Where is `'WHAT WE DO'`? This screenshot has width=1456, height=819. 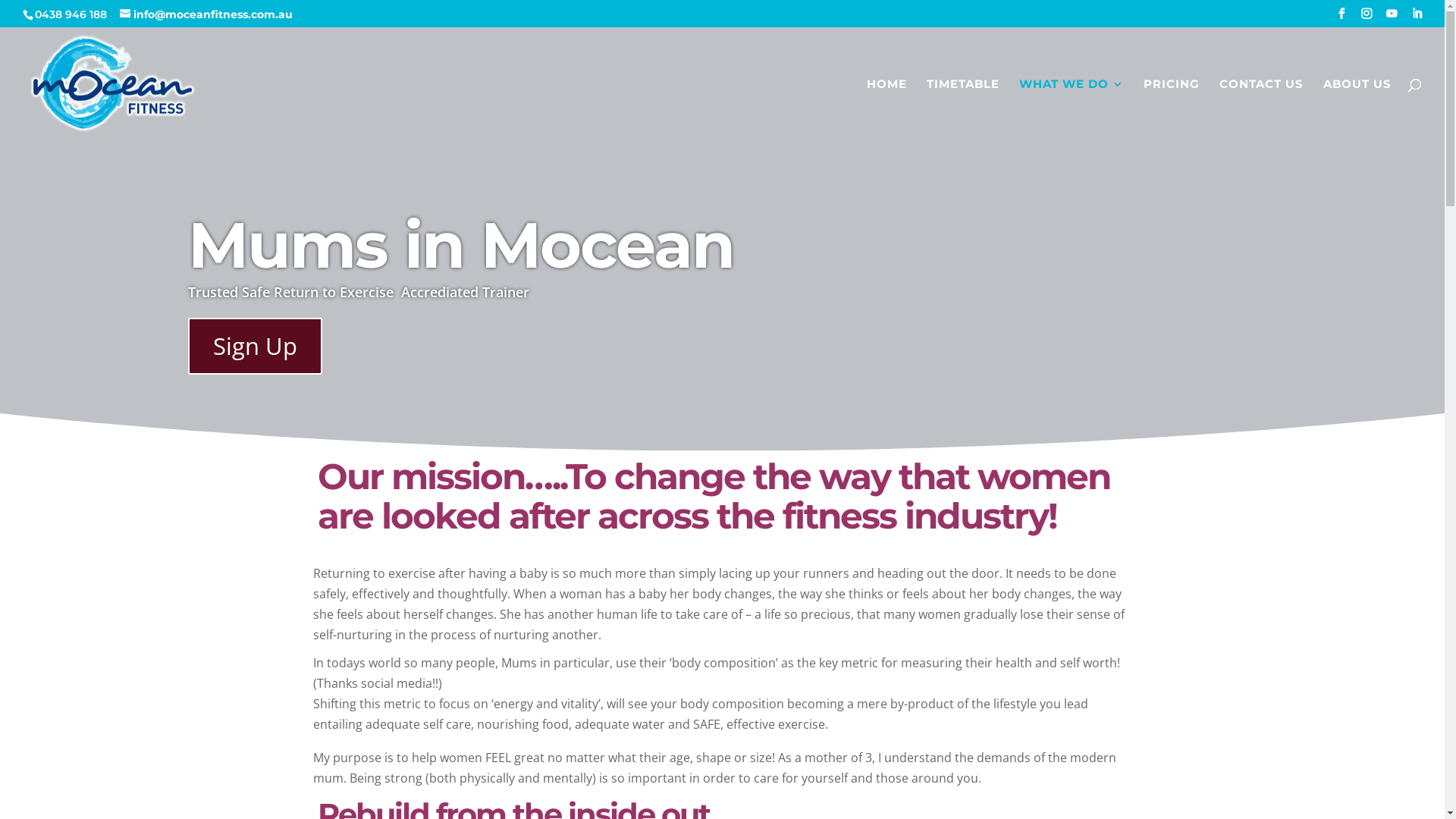 'WHAT WE DO' is located at coordinates (1070, 109).